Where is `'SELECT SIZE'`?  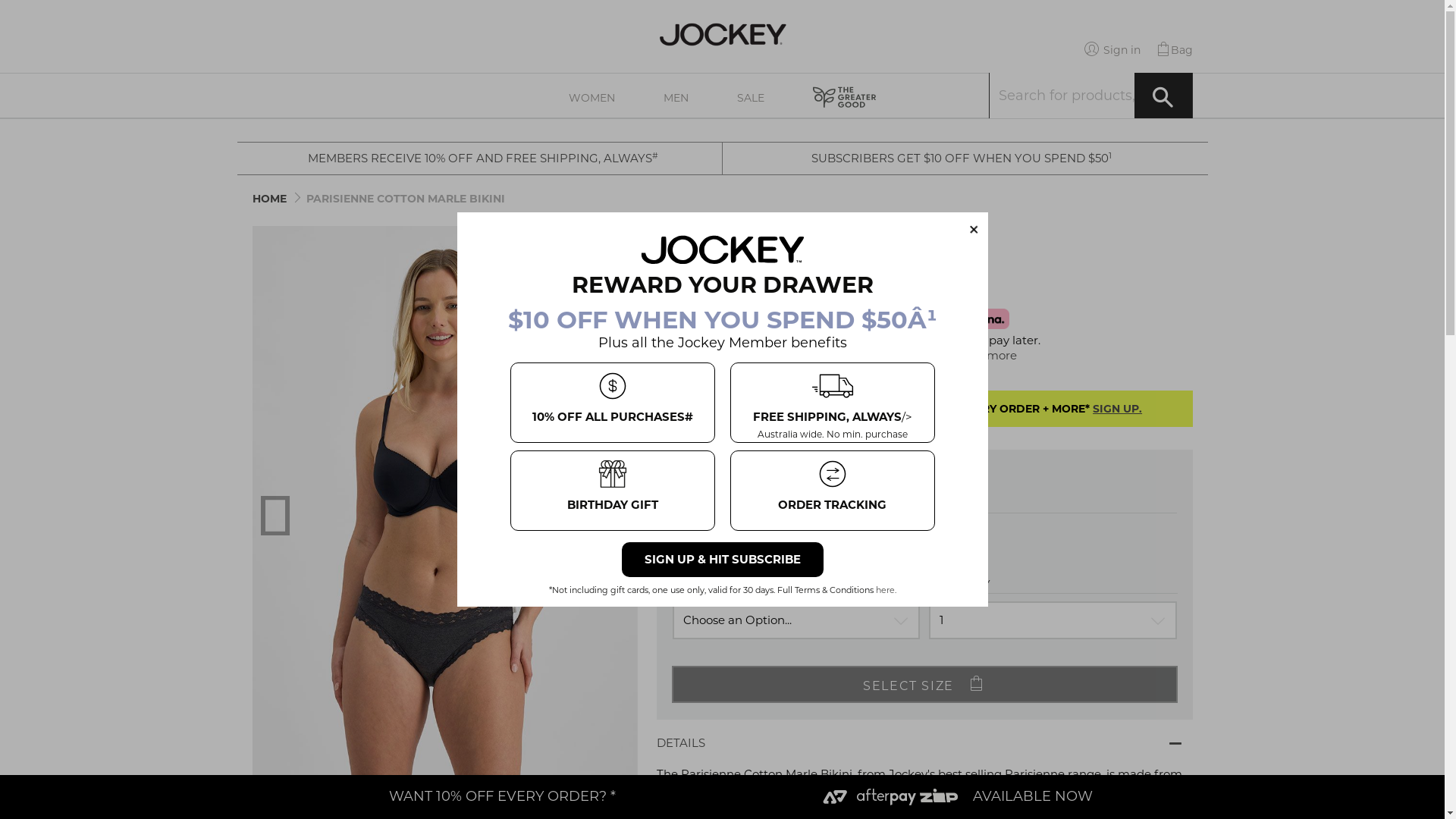 'SELECT SIZE' is located at coordinates (924, 684).